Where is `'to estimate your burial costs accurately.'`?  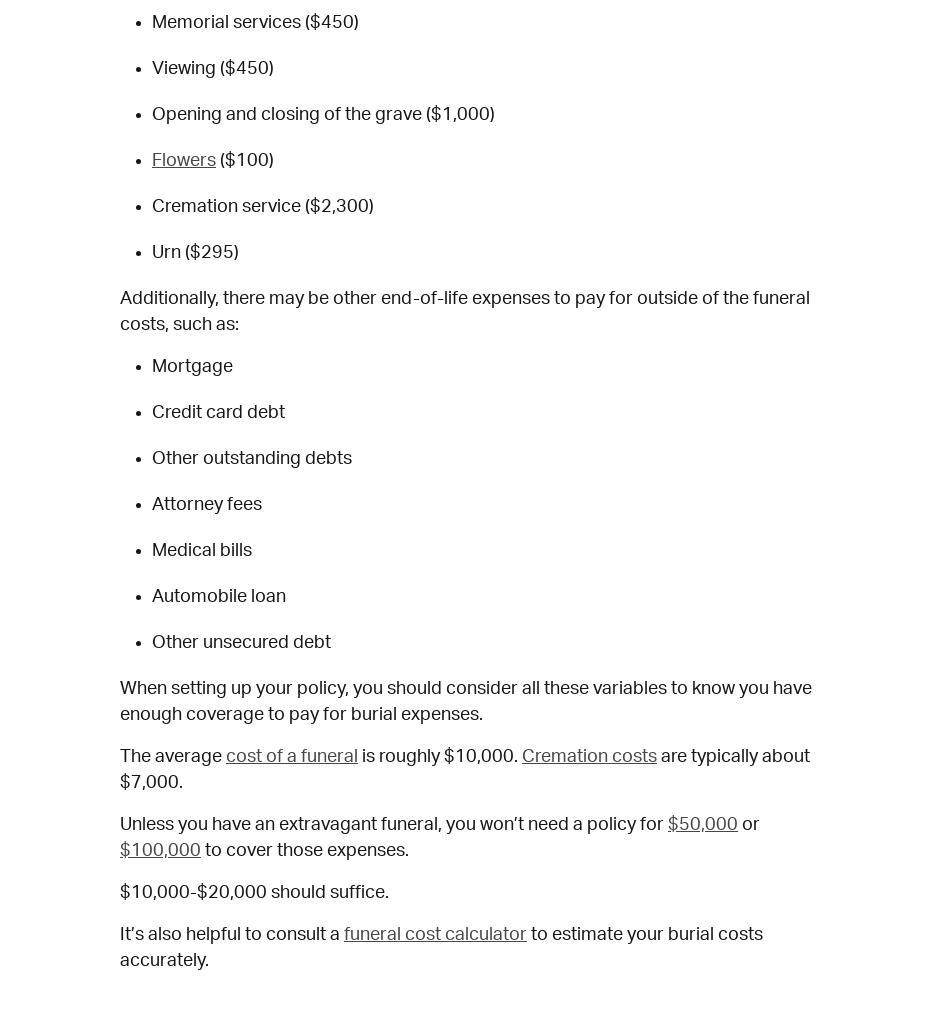 'to estimate your burial costs accurately.' is located at coordinates (440, 946).